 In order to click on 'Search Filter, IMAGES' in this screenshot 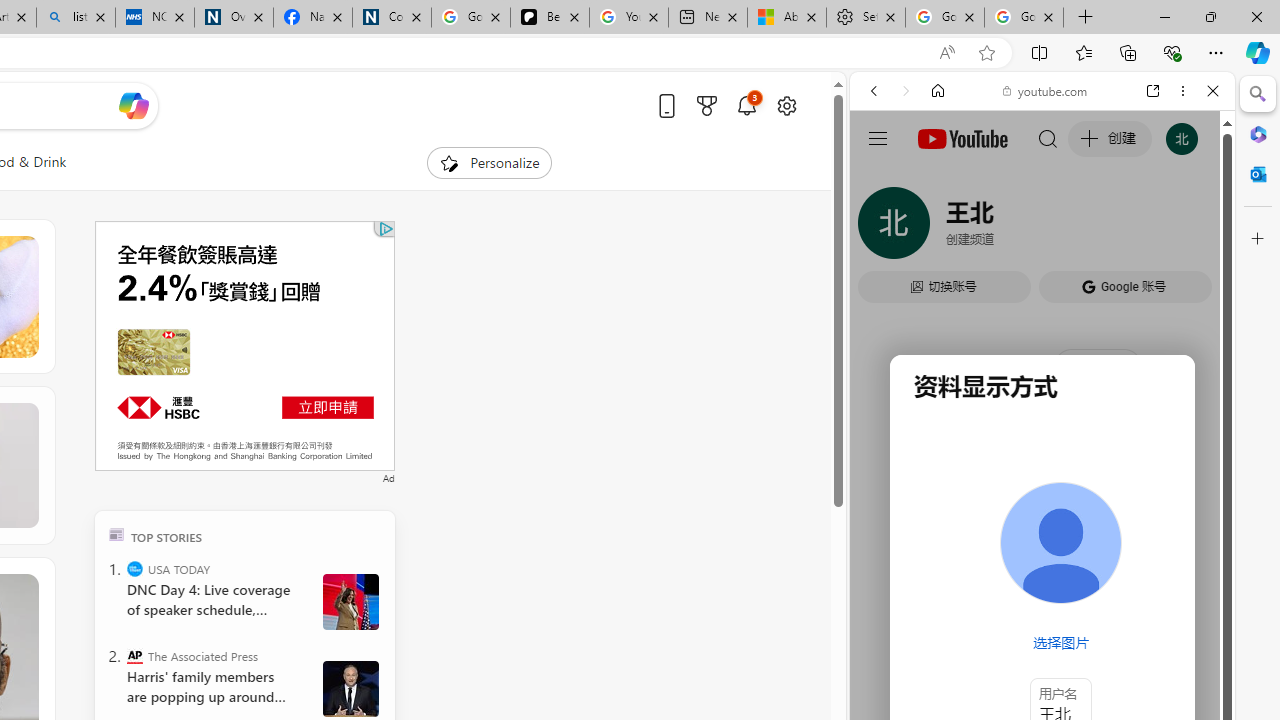, I will do `click(939, 227)`.